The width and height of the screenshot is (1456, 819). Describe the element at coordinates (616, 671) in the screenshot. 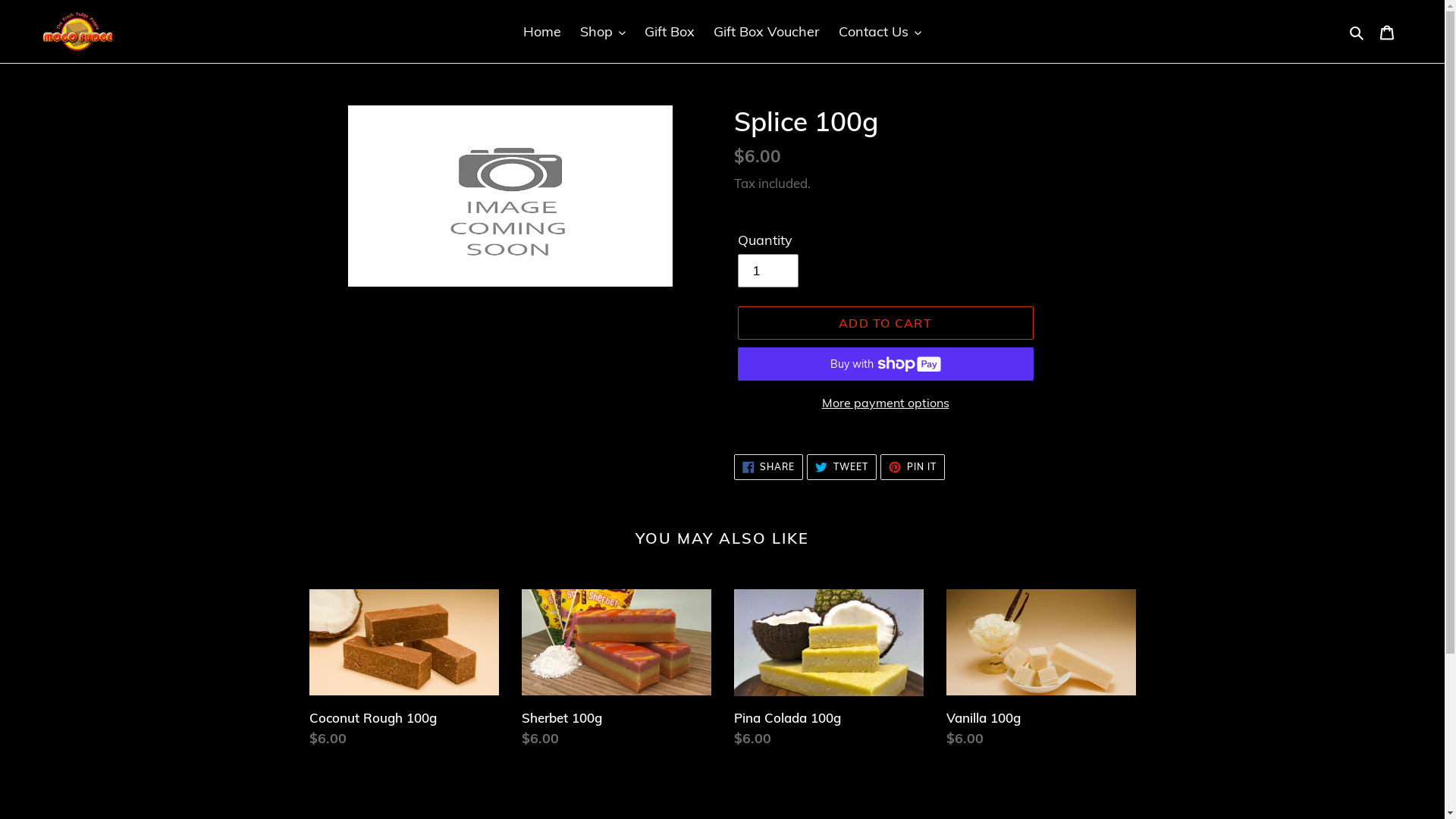

I see `'Sherbet 100g'` at that location.